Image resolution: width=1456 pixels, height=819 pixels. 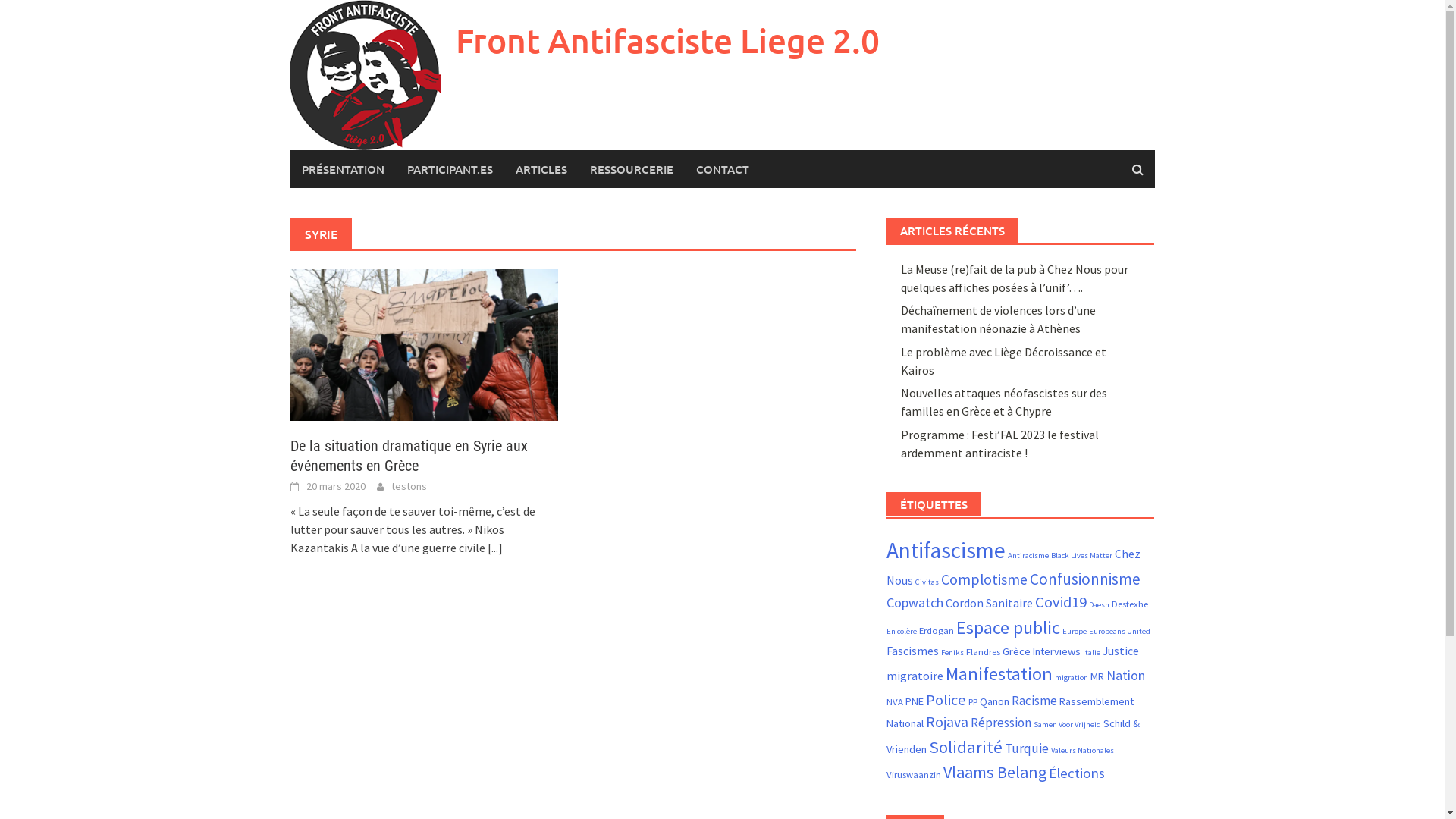 What do you see at coordinates (994, 772) in the screenshot?
I see `'Vlaams Belang'` at bounding box center [994, 772].